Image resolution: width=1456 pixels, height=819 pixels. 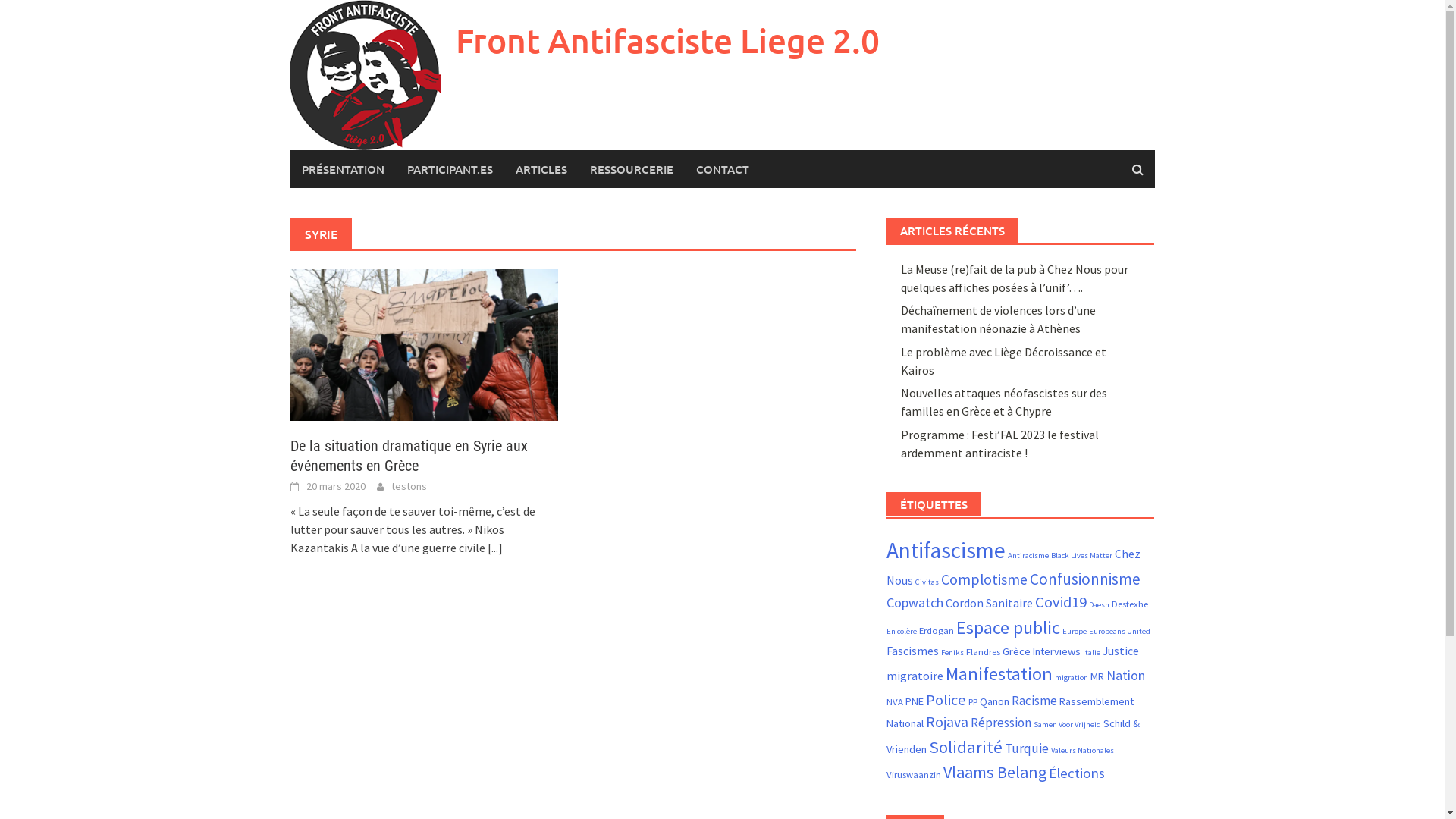 What do you see at coordinates (994, 772) in the screenshot?
I see `'Vlaams Belang'` at bounding box center [994, 772].